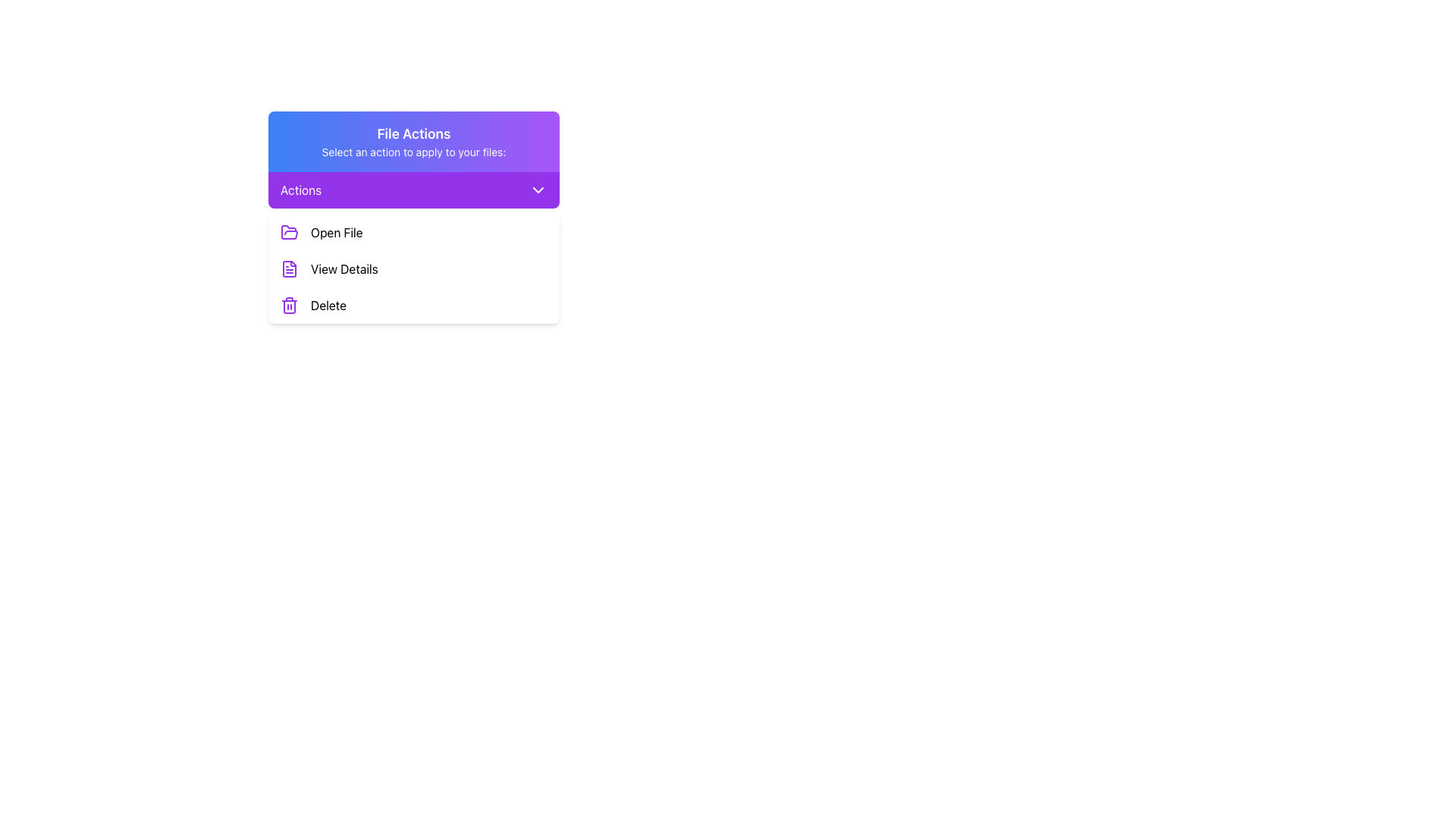 This screenshot has height=819, width=1456. I want to click on the trash can icon representing the 'Delete' function in the dropdown menu located at the bottom of the list, so click(290, 307).